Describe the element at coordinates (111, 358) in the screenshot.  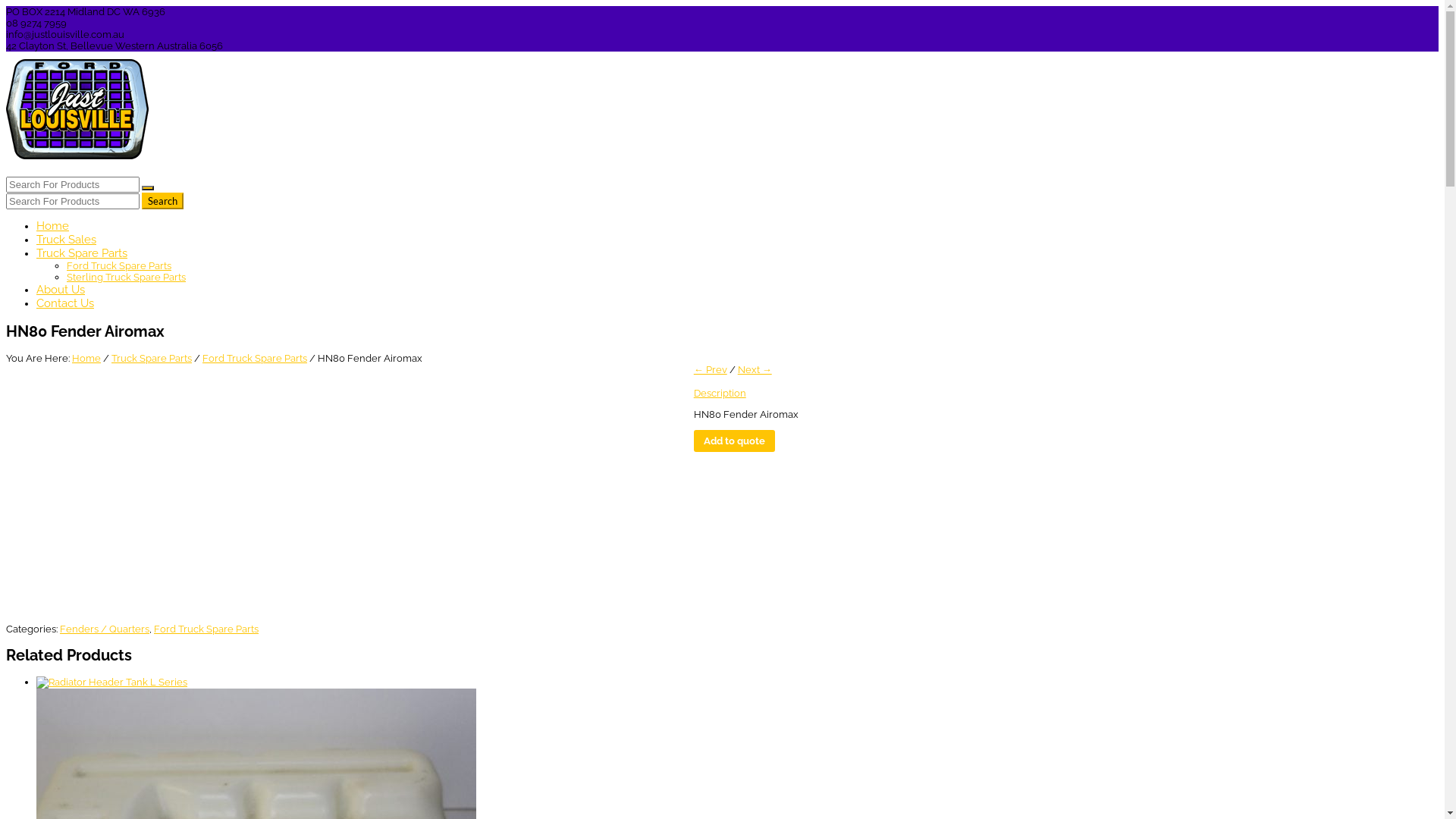
I see `'Truck Spare Parts'` at that location.